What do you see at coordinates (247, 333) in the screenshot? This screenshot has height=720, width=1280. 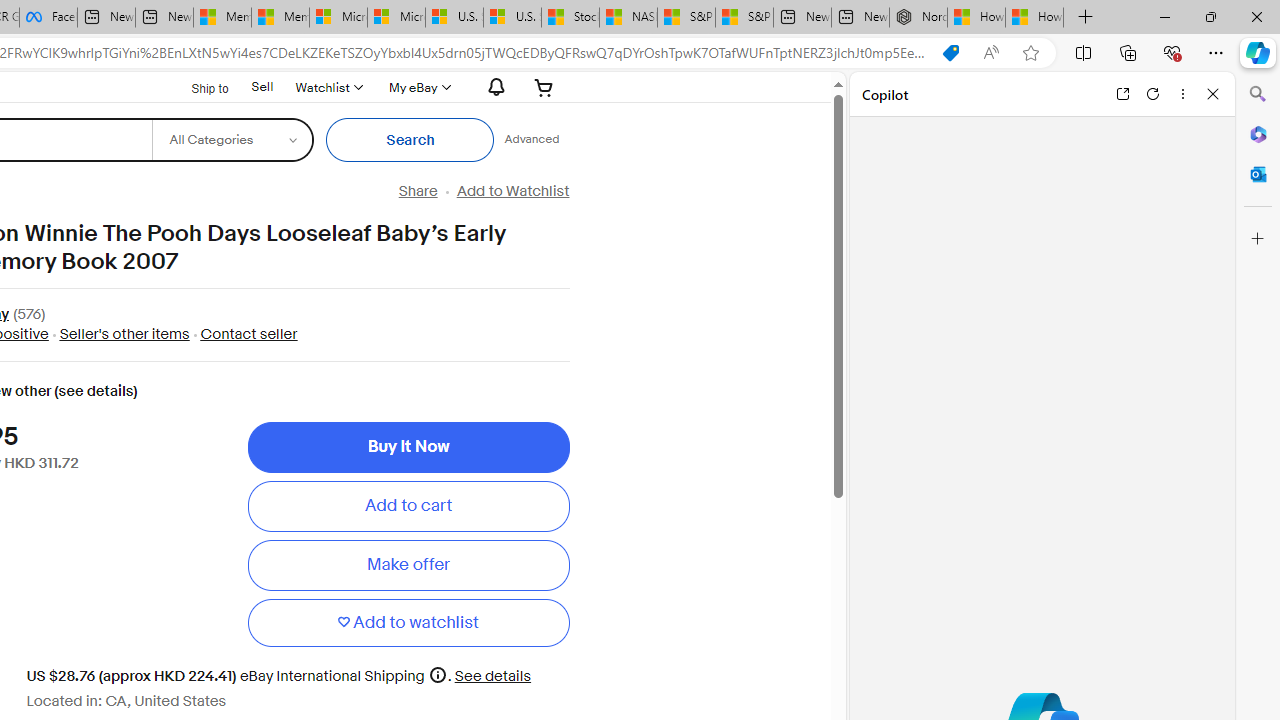 I see `'Contact seller'` at bounding box center [247, 333].